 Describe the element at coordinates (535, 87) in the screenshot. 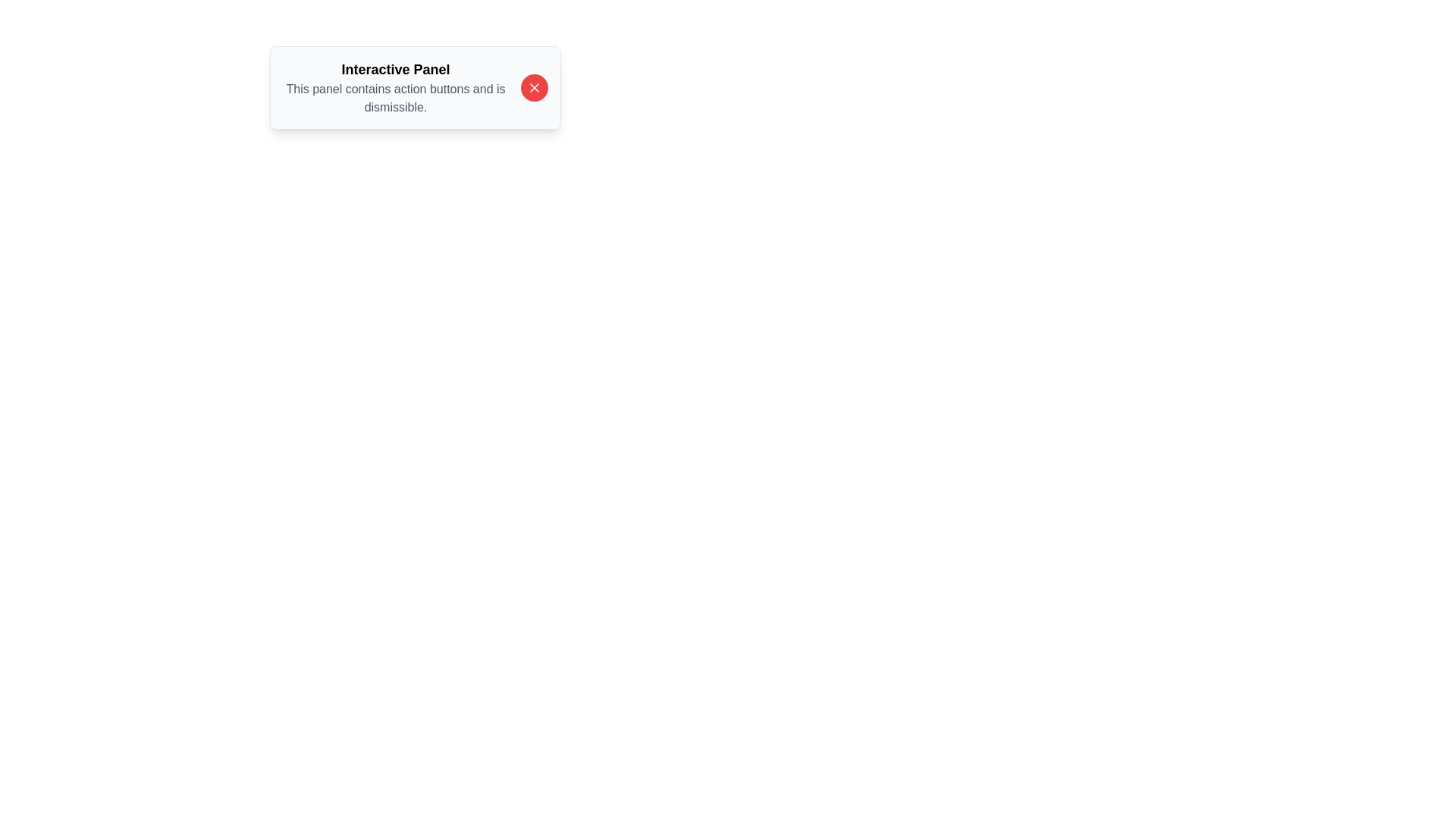

I see `the close button on the far right of the 'Interactive Panel' header` at that location.